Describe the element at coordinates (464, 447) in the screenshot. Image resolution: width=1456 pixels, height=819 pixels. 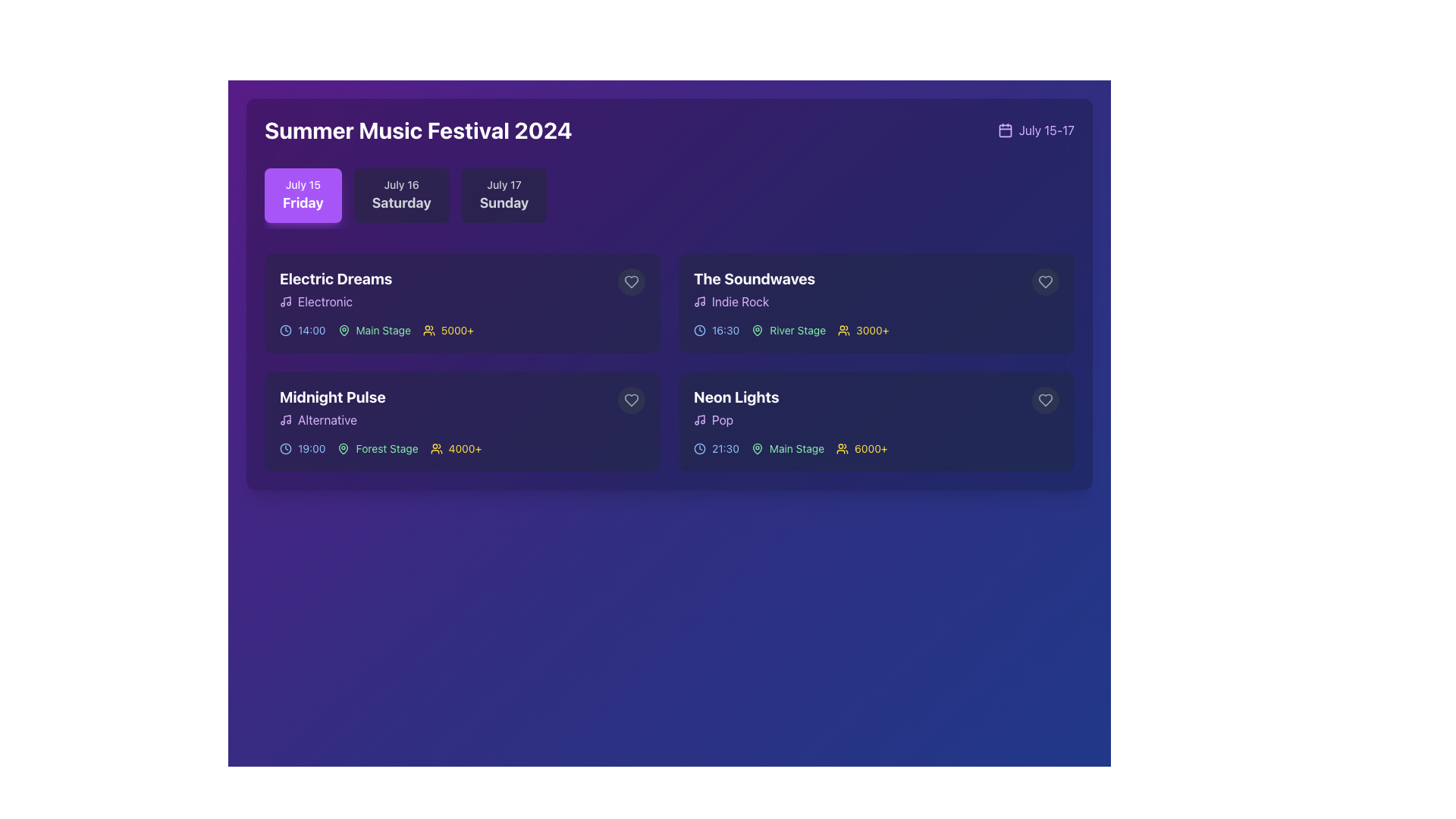
I see `the text label '4000+' displayed in a bold font with a yellowish color on a dark blue background, located in the second event card titled 'Midnight Pulse.'` at that location.